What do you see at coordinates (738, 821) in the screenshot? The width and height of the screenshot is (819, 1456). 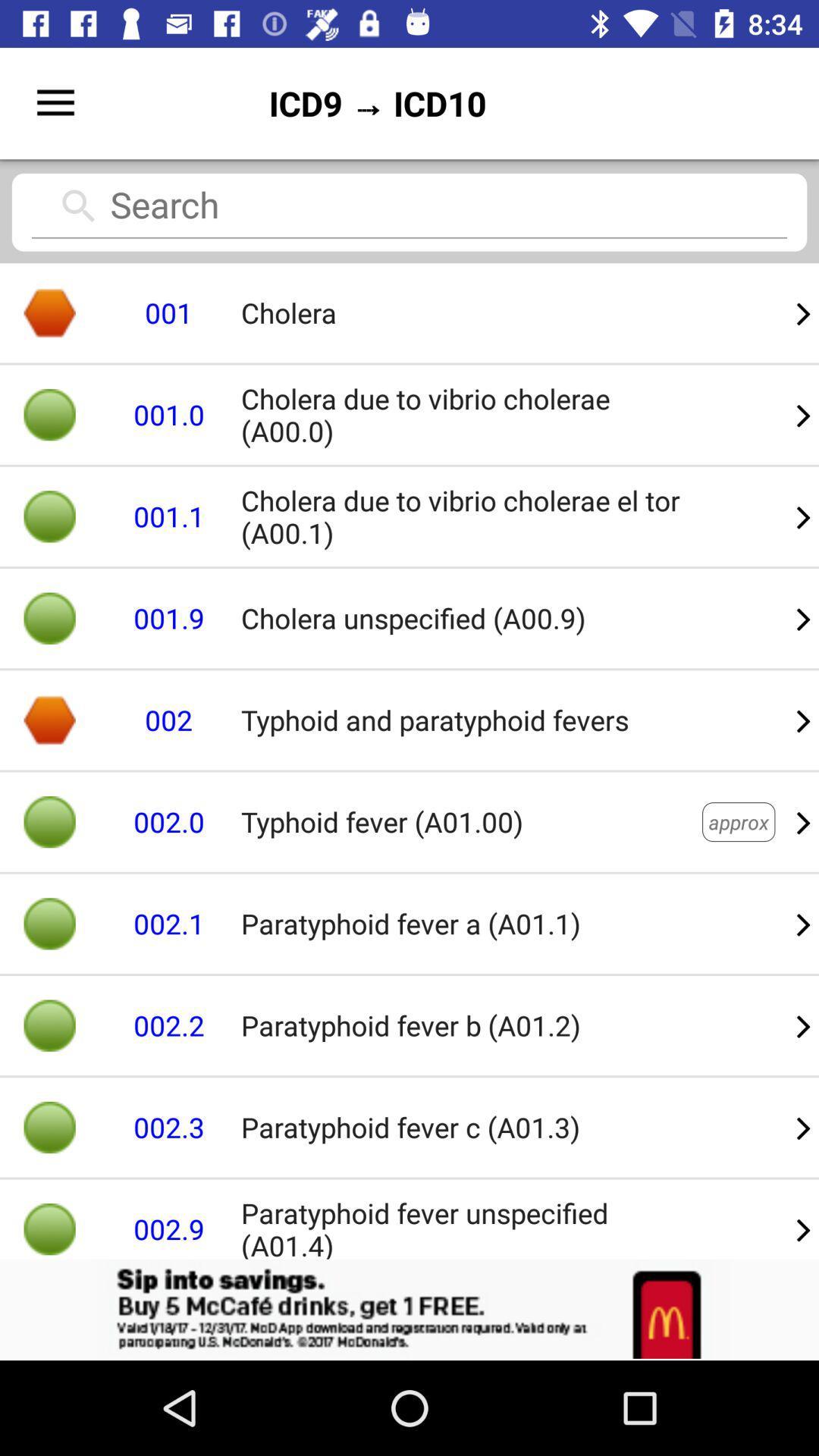 I see `the approx` at bounding box center [738, 821].